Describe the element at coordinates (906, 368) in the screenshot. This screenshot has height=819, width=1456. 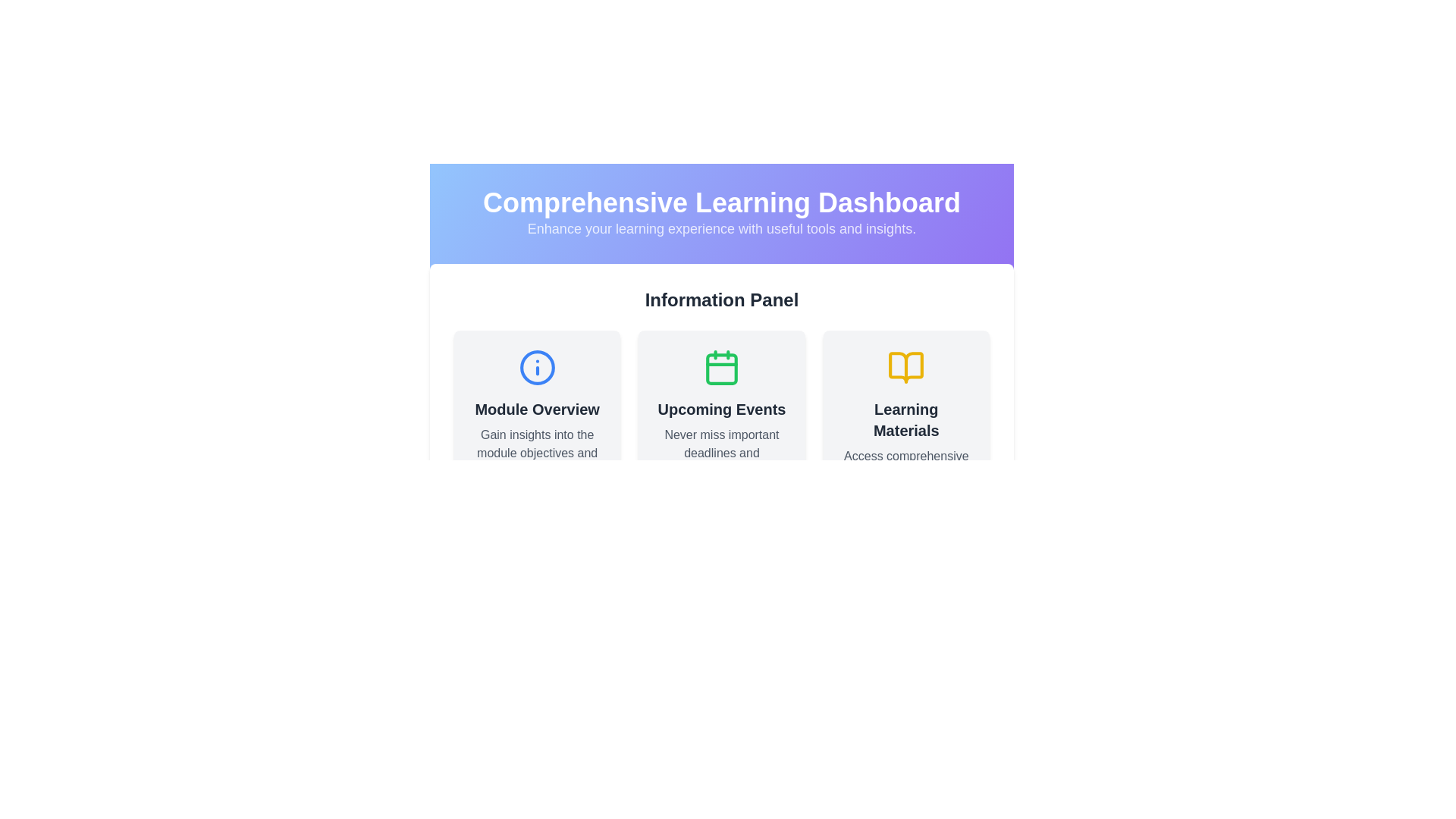
I see `the rightmost icon under the 'Information Panel' heading` at that location.